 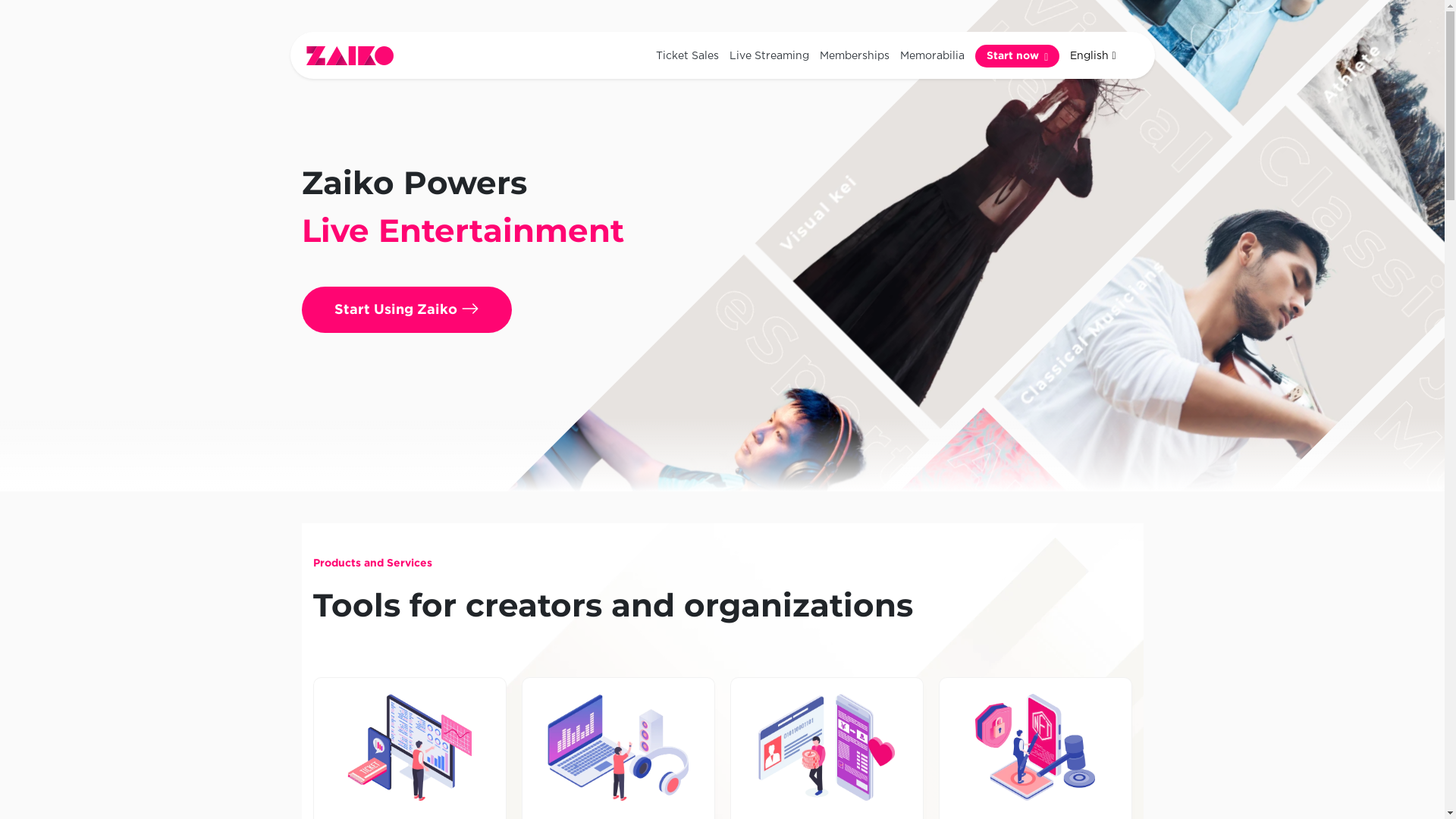 I want to click on 'English', so click(x=1063, y=55).